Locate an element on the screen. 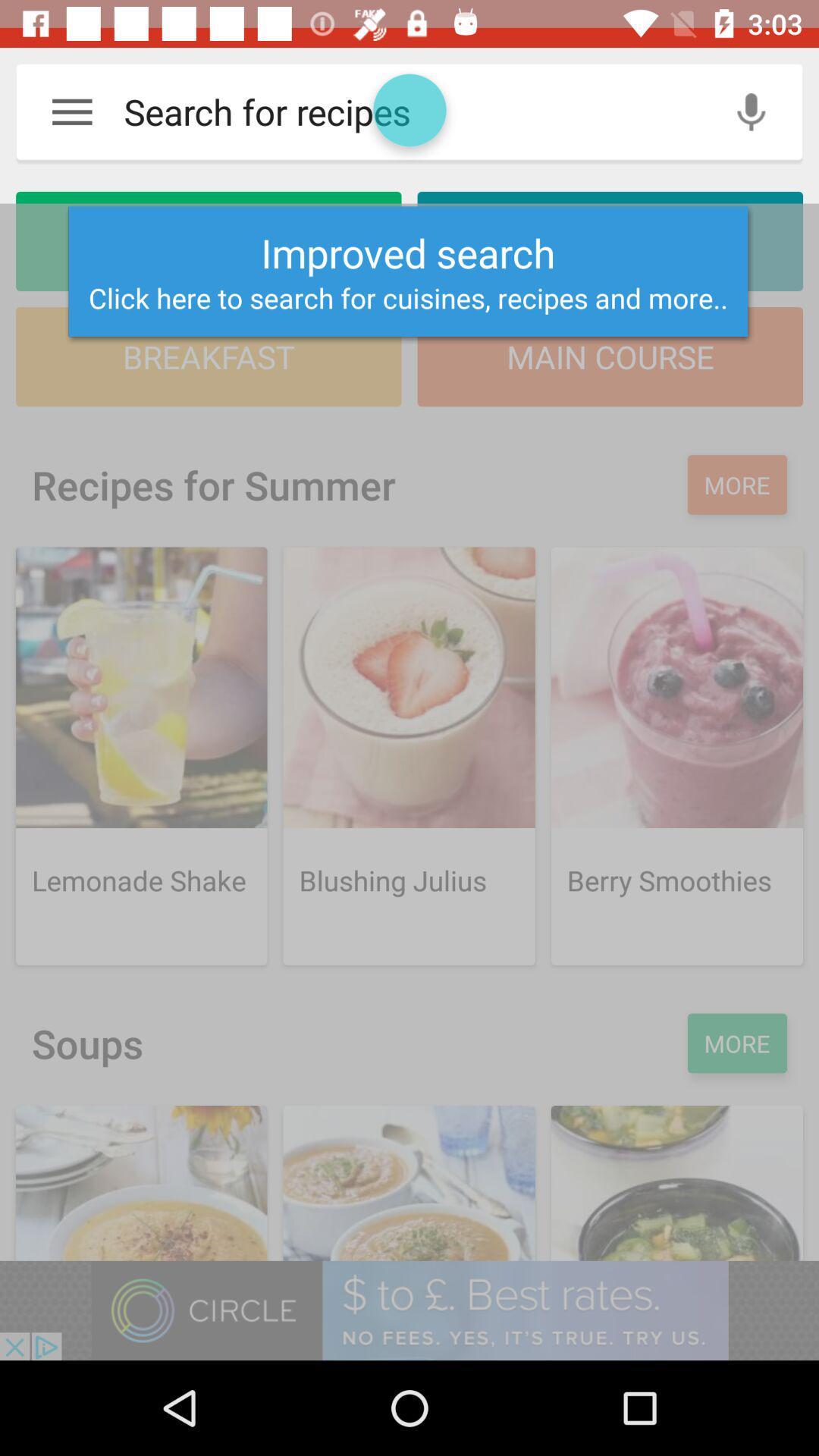  image above the text lemonade shake is located at coordinates (141, 687).